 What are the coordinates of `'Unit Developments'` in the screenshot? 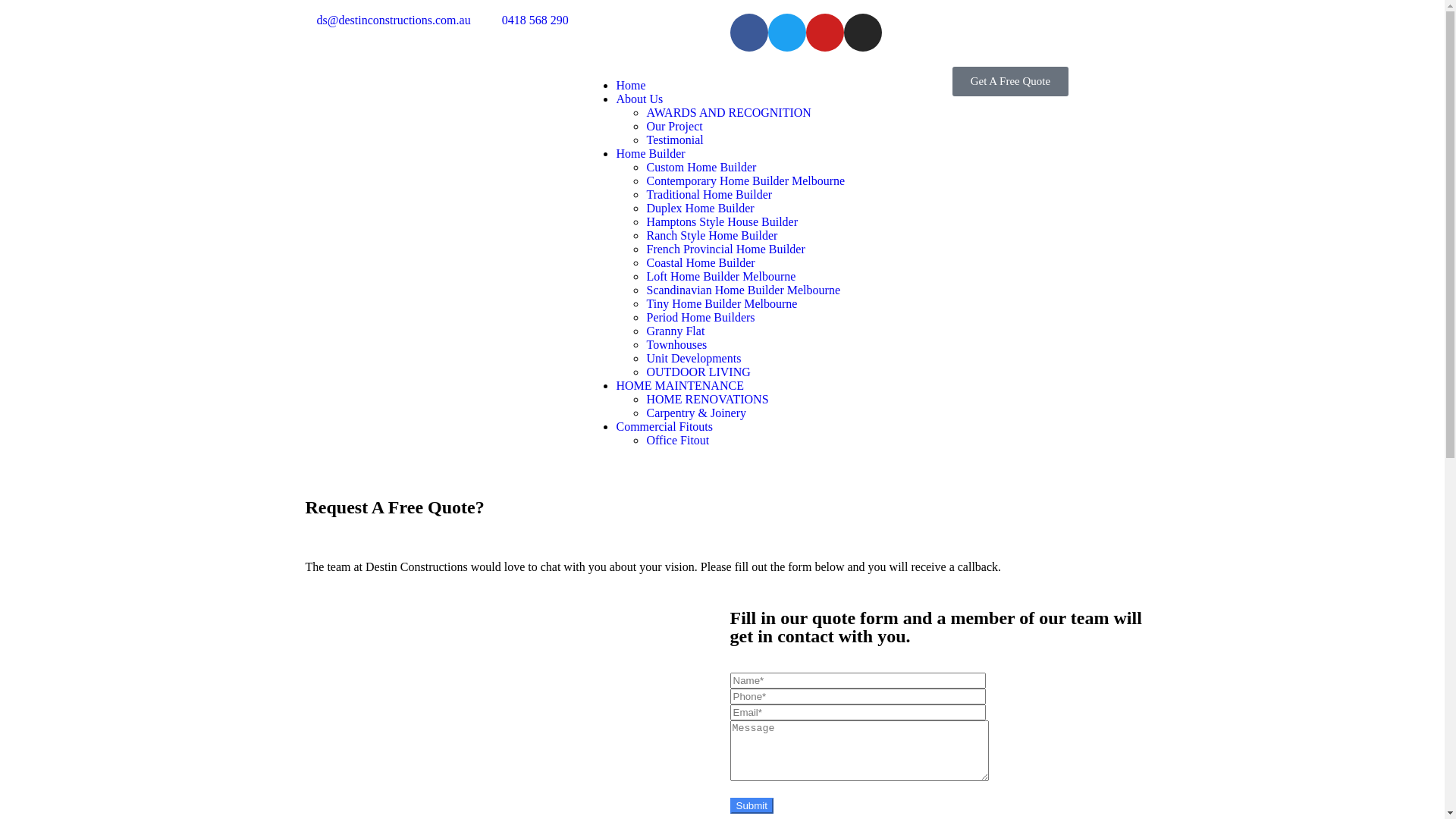 It's located at (692, 358).